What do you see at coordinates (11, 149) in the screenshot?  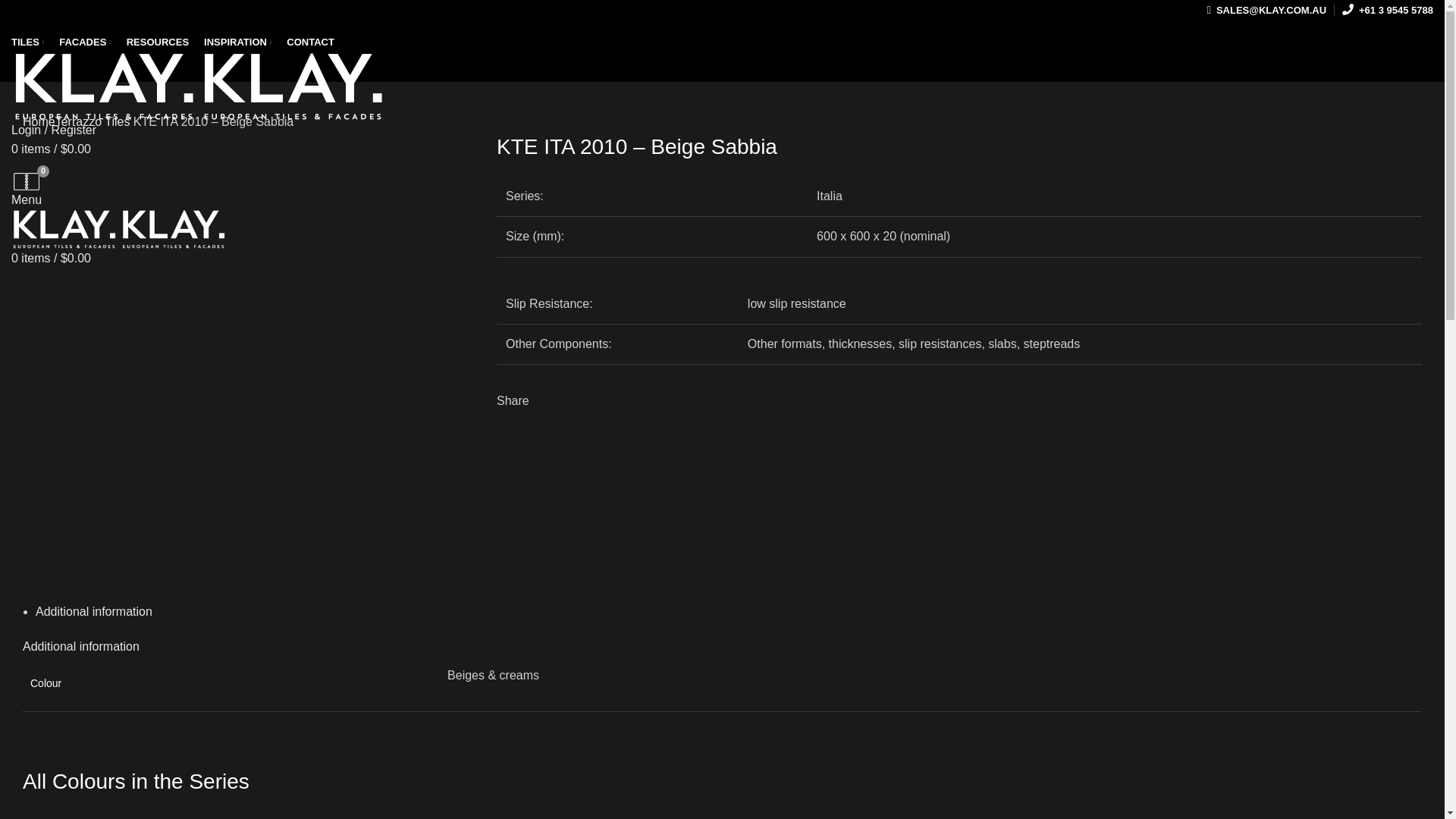 I see `'0 items / $0.00'` at bounding box center [11, 149].